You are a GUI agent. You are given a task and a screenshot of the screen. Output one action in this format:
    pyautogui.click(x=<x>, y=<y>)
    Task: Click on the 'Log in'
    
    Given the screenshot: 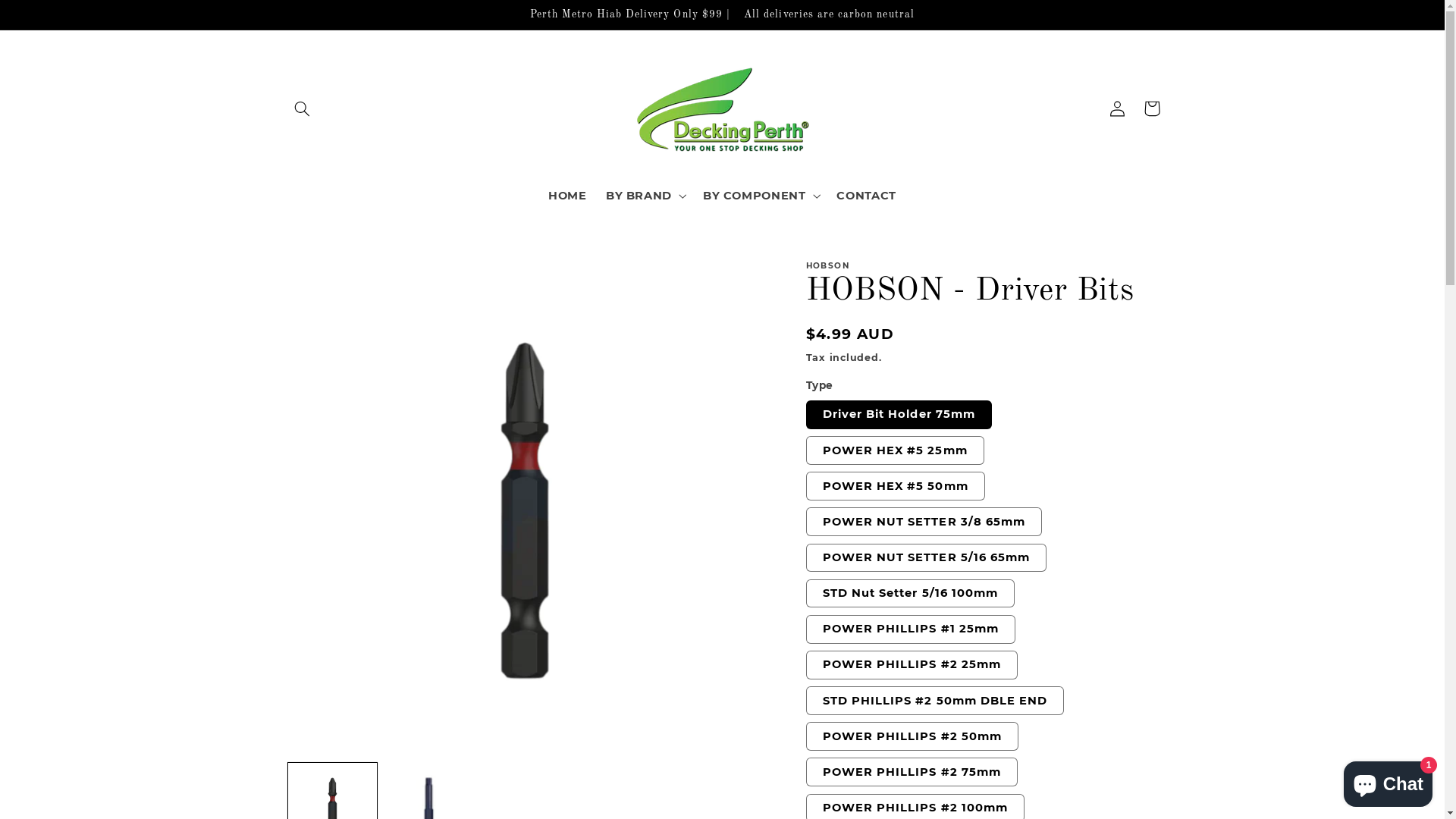 What is the action you would take?
    pyautogui.click(x=1117, y=107)
    